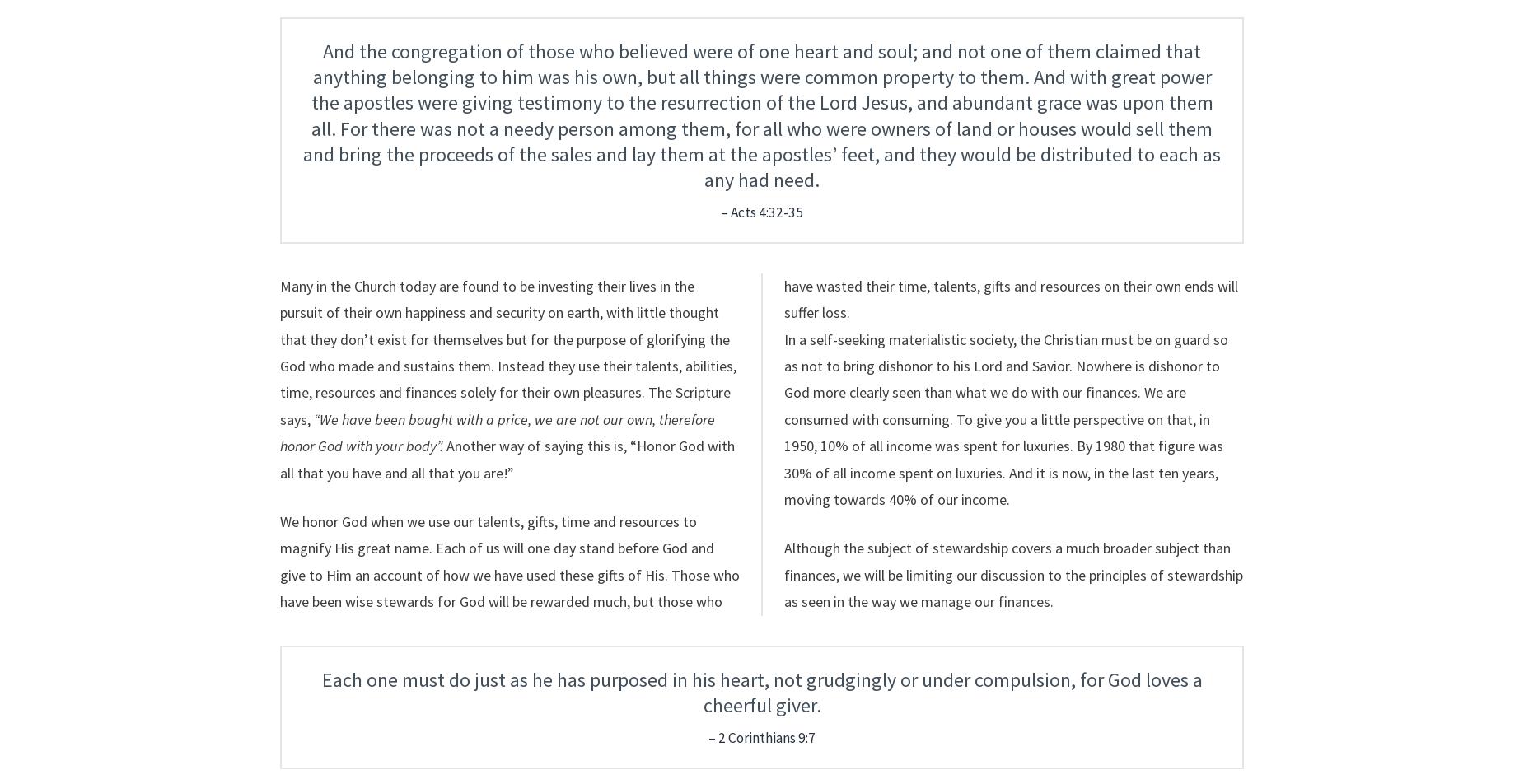 This screenshot has width=1524, height=784. What do you see at coordinates (762, 115) in the screenshot?
I see `'And the congregation of those who believed were of one heart and soul; and not one of them claimed that anything belonging to him was his own, but all things were common property to them. And with great power the apostles were giving testimony to the resurrection of the Lord Jesus, and abundant grace was upon them all. For there was not a needy person among them, for all who were owners of land or houses would sell them and bring the proceeds of the sales and lay them at the apostles’ feet, and they would be distributed to each as any had need.'` at bounding box center [762, 115].